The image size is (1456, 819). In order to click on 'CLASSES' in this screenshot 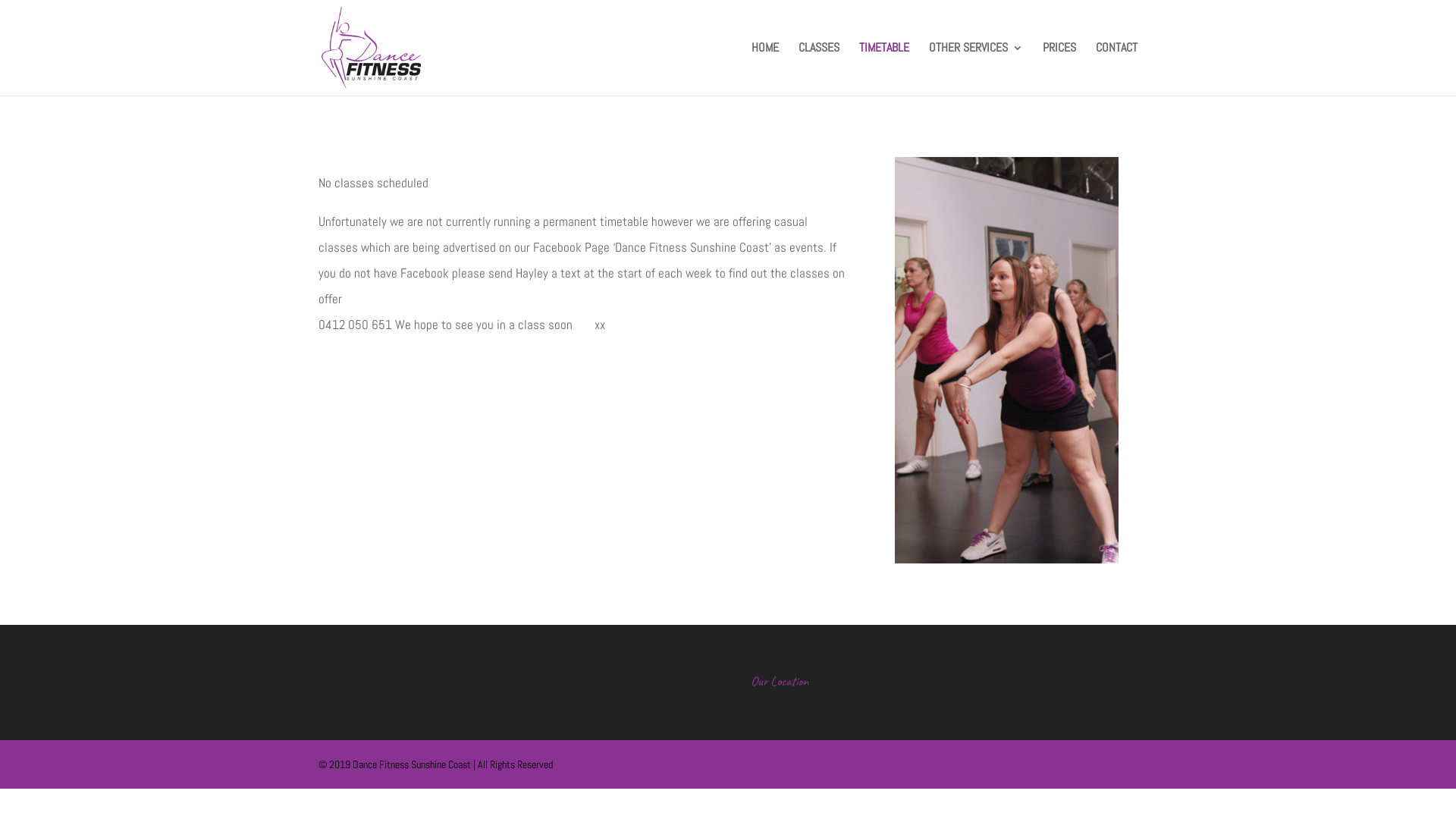, I will do `click(797, 69)`.